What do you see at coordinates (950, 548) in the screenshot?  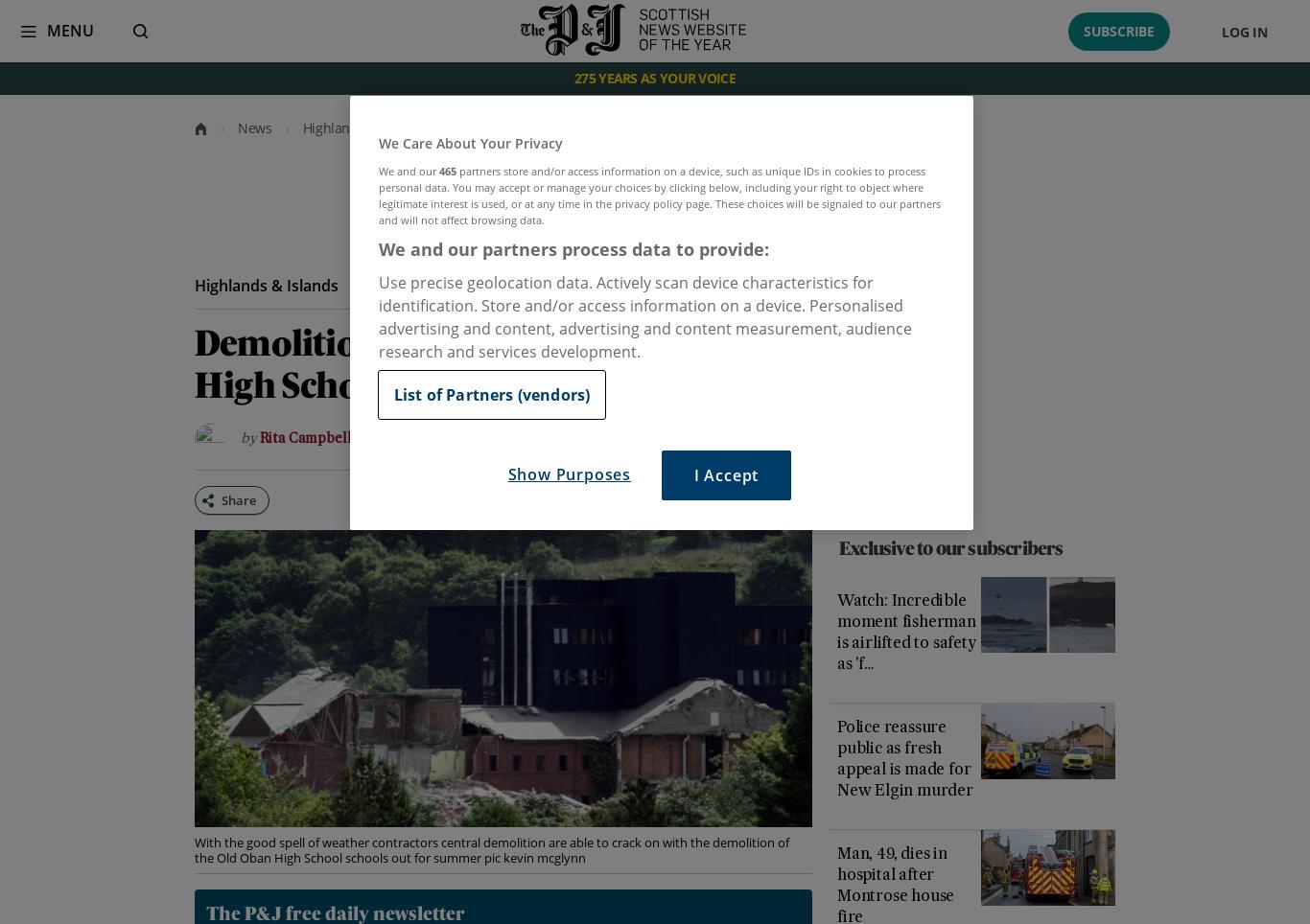 I see `'Exclusive to our subscribers'` at bounding box center [950, 548].